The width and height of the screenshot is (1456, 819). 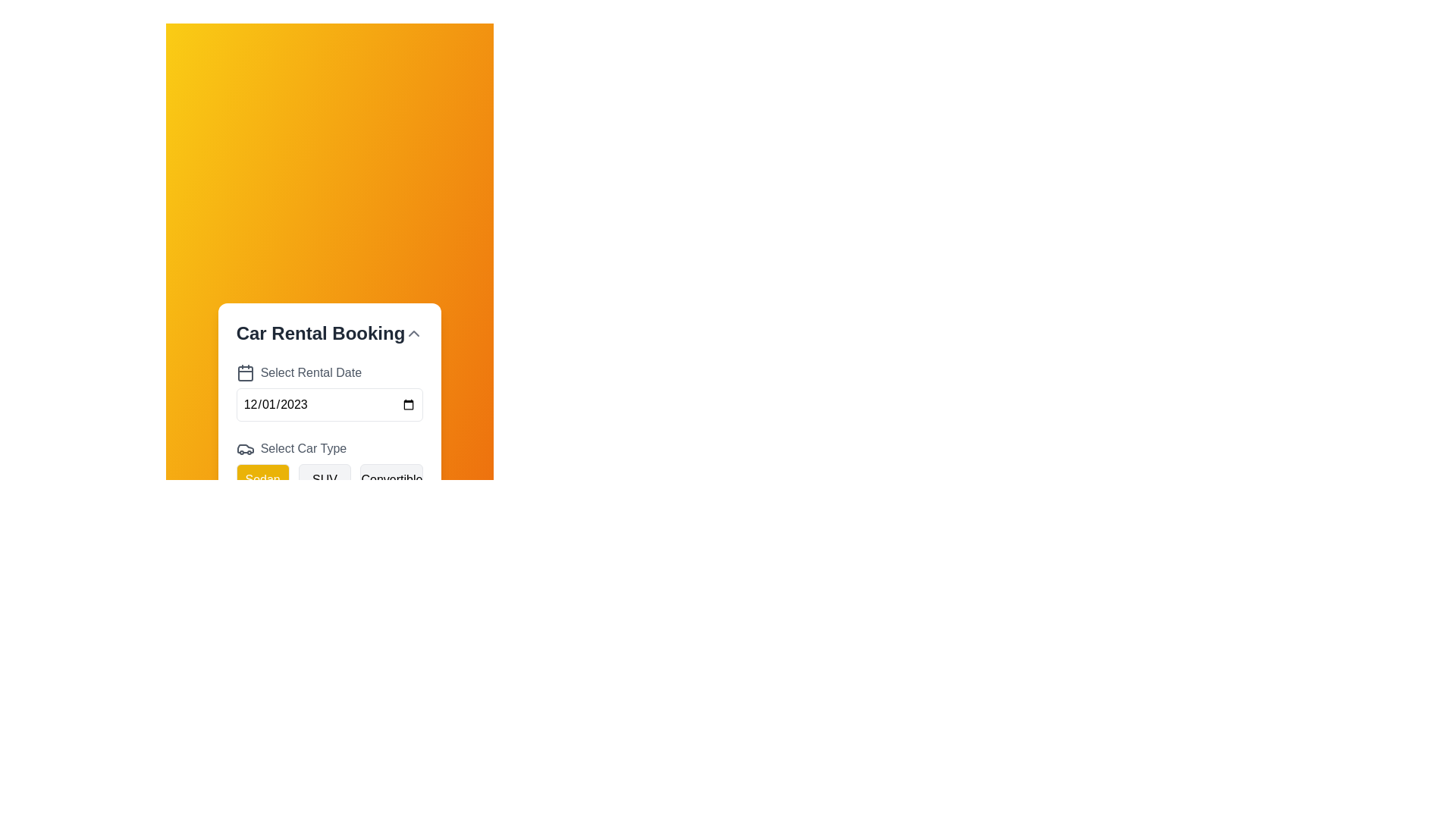 What do you see at coordinates (414, 332) in the screenshot?
I see `the upward-pointing chevron icon button` at bounding box center [414, 332].